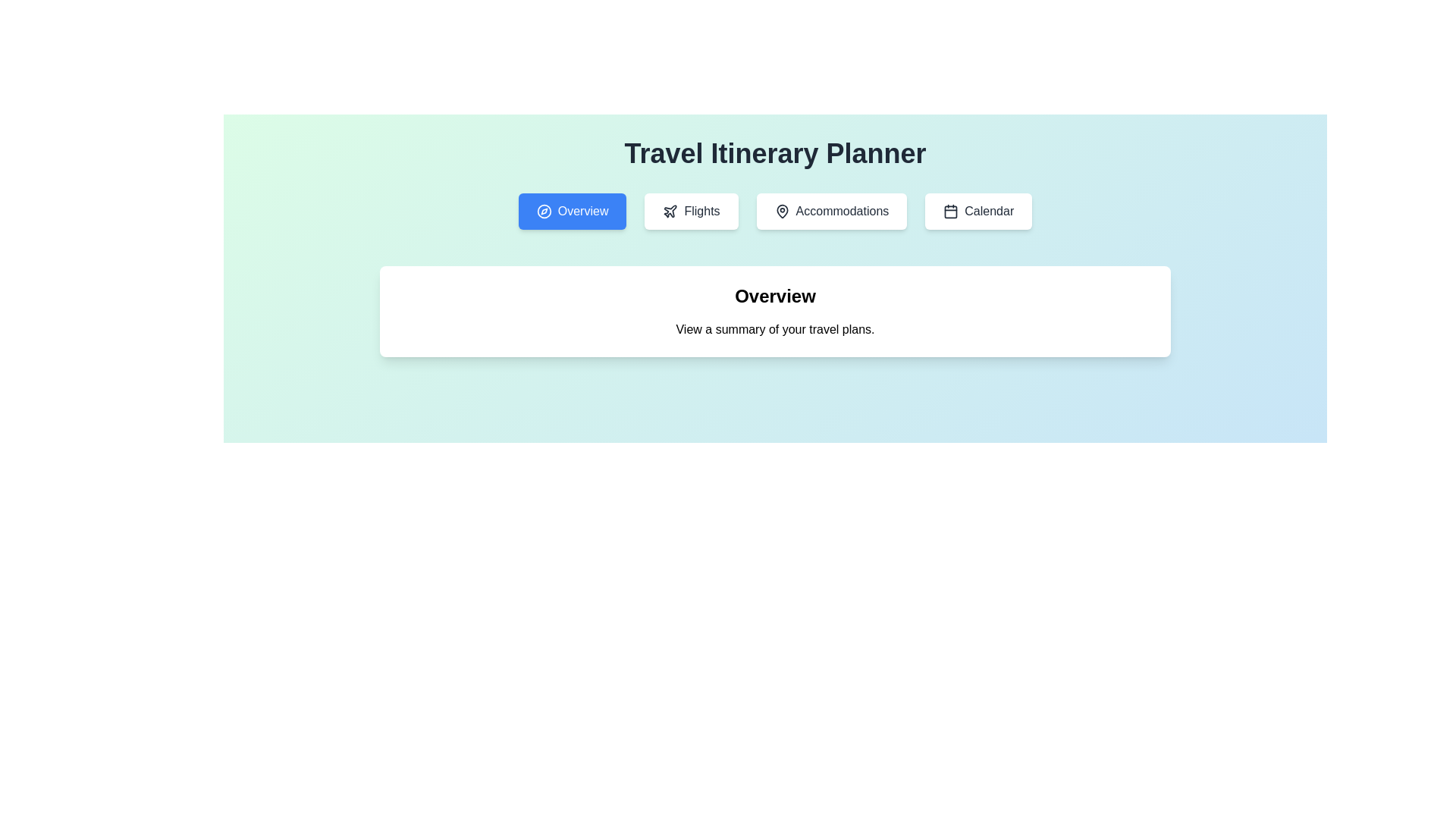 The image size is (1456, 819). What do you see at coordinates (830, 211) in the screenshot?
I see `the 'Accommodations' button in the horizontal menu` at bounding box center [830, 211].